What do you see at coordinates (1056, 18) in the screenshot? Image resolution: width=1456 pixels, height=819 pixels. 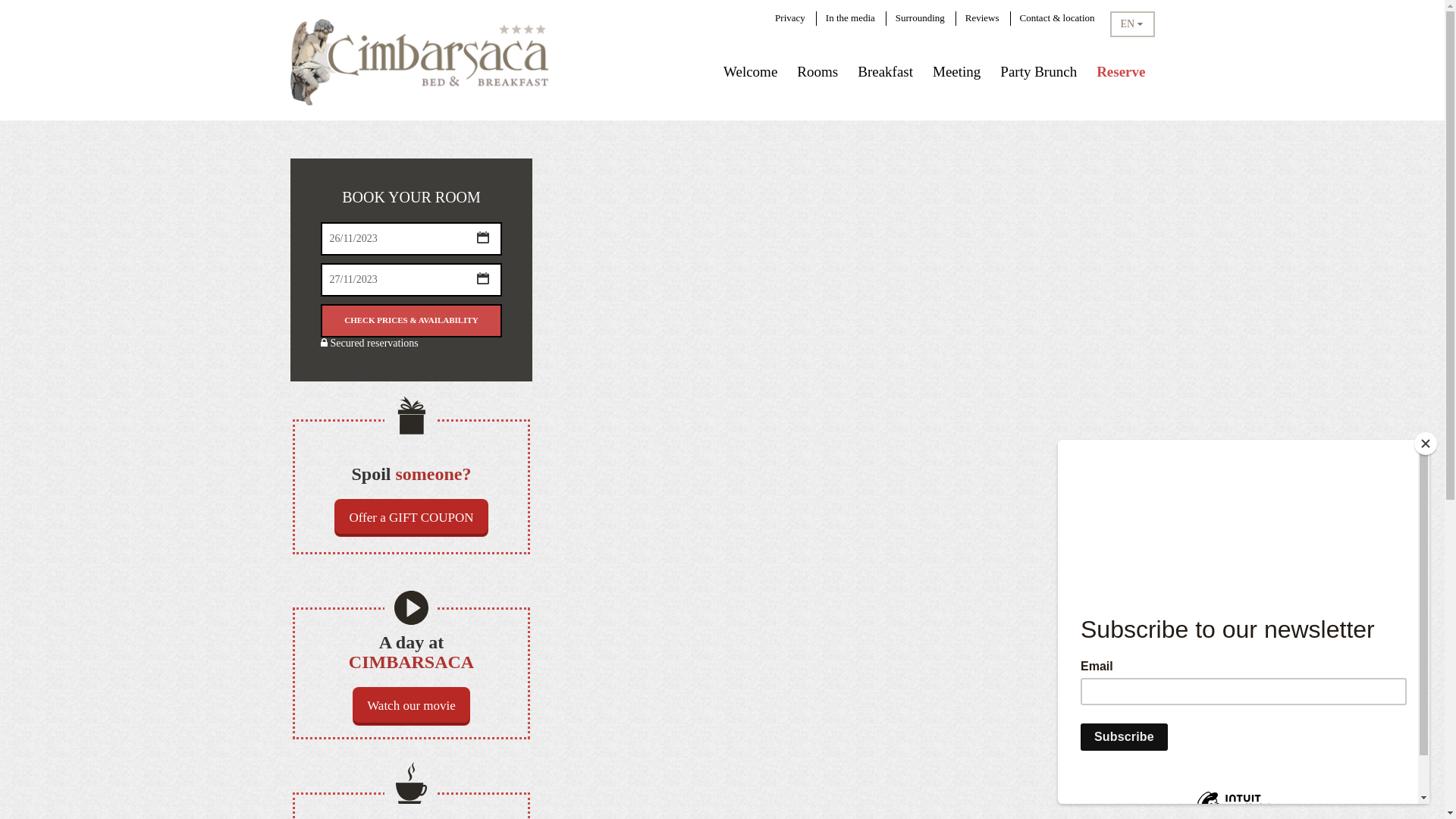 I see `'Contact & location'` at bounding box center [1056, 18].